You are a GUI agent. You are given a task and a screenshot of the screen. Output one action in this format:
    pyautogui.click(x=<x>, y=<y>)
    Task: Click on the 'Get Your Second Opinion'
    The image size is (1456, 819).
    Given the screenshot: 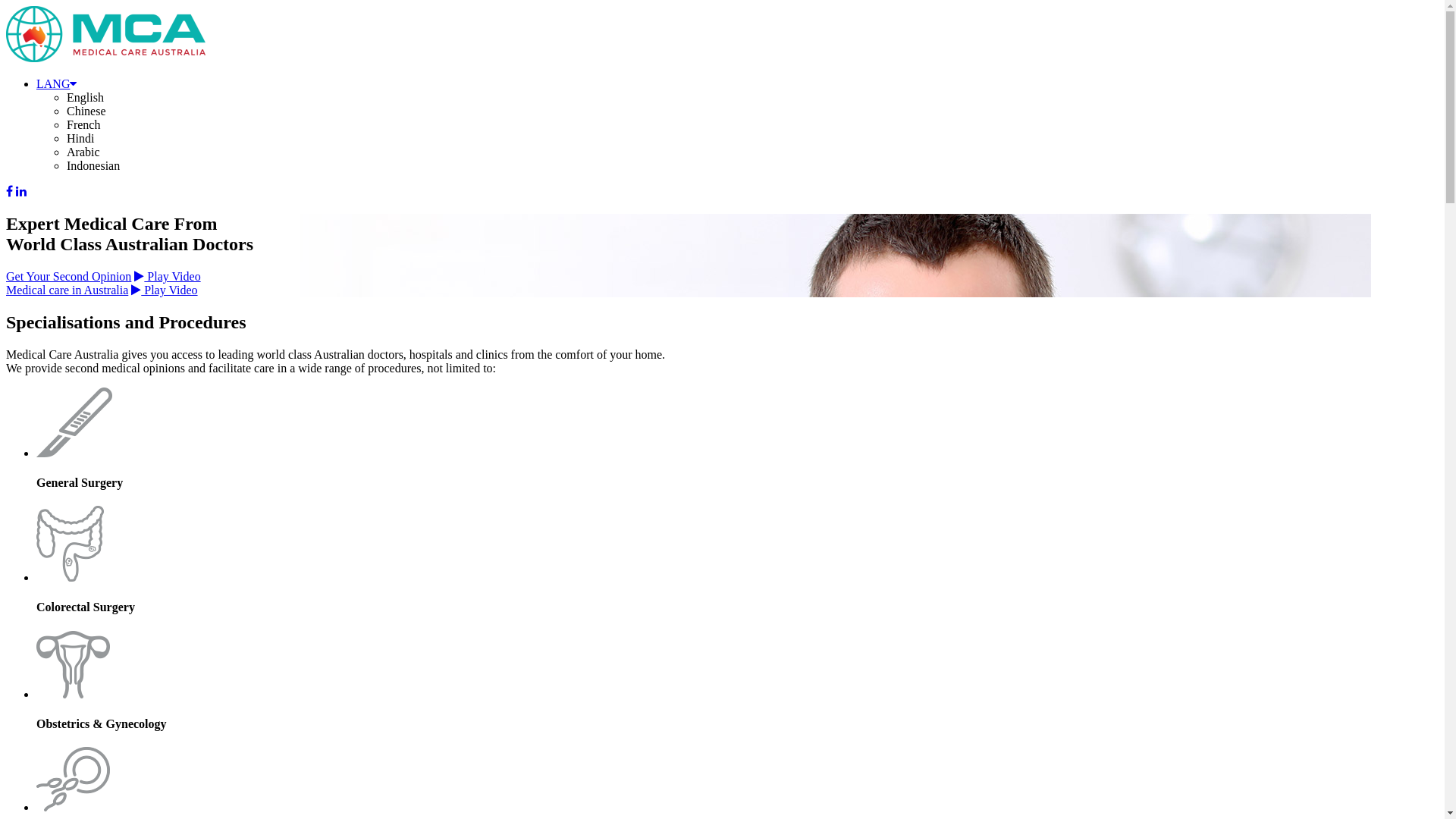 What is the action you would take?
    pyautogui.click(x=67, y=276)
    